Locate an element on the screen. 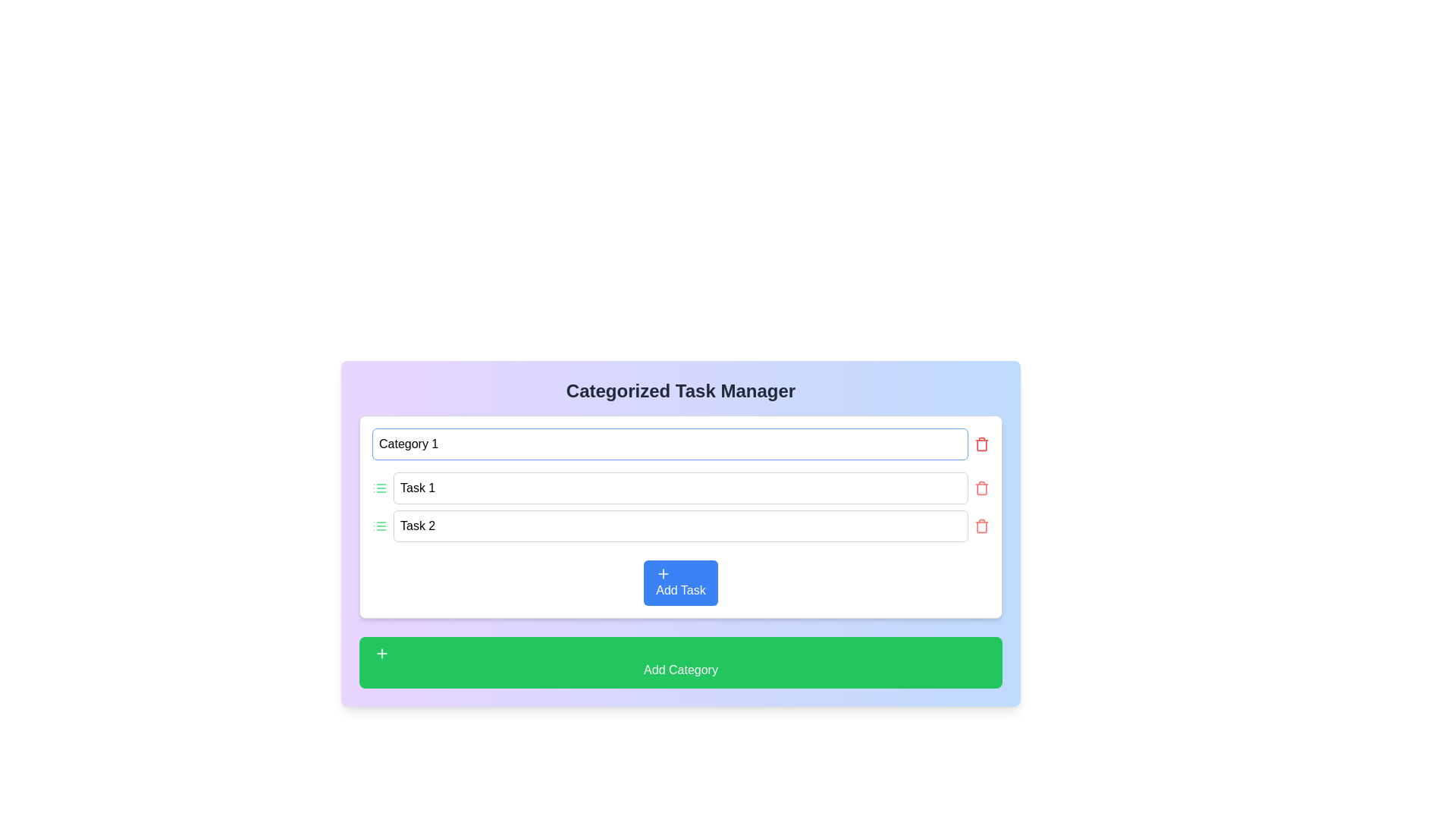 The width and height of the screenshot is (1456, 819). the plus icon located within the green 'Add Category' button at the bottom of the interface is located at coordinates (382, 652).